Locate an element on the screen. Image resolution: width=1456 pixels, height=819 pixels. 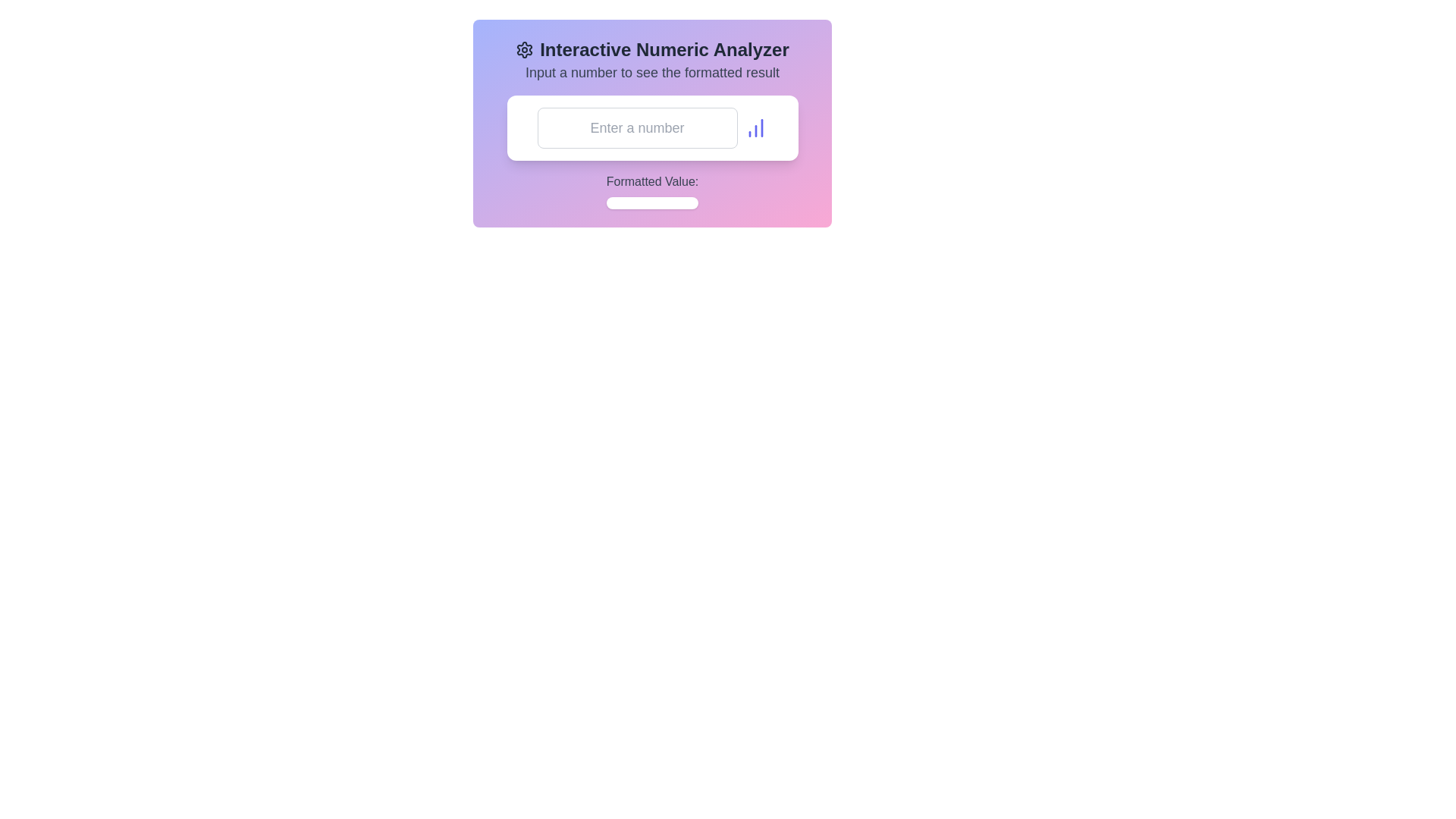
the large, horizontally aligned text input field with a placeholder that reads 'Enter a number' to select the text is located at coordinates (637, 127).